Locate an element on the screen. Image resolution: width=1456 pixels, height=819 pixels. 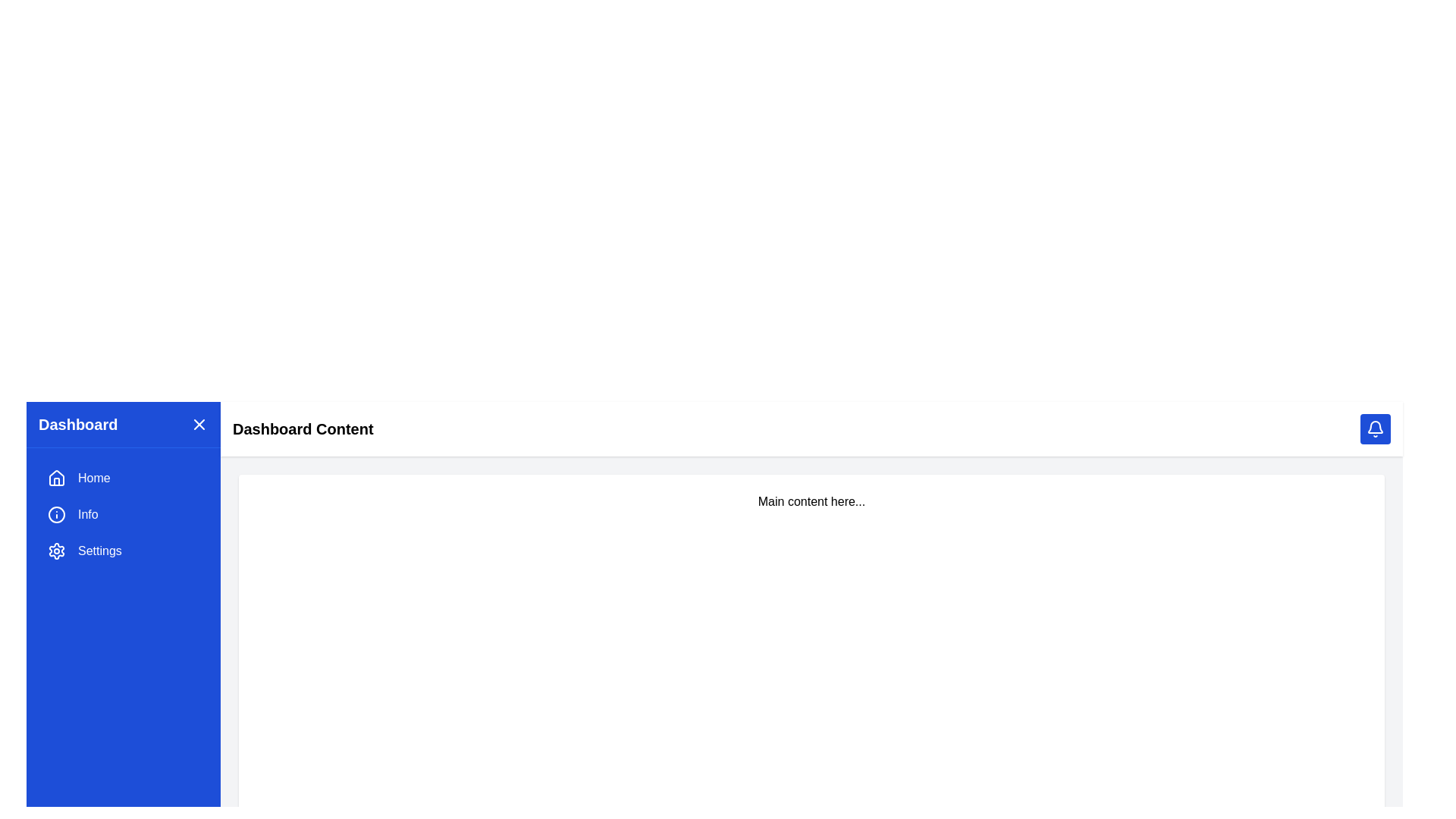
the Text label displaying 'Dashboard Content' in bold, located near the top section of the interface, left-aligned within a white bar is located at coordinates (303, 429).